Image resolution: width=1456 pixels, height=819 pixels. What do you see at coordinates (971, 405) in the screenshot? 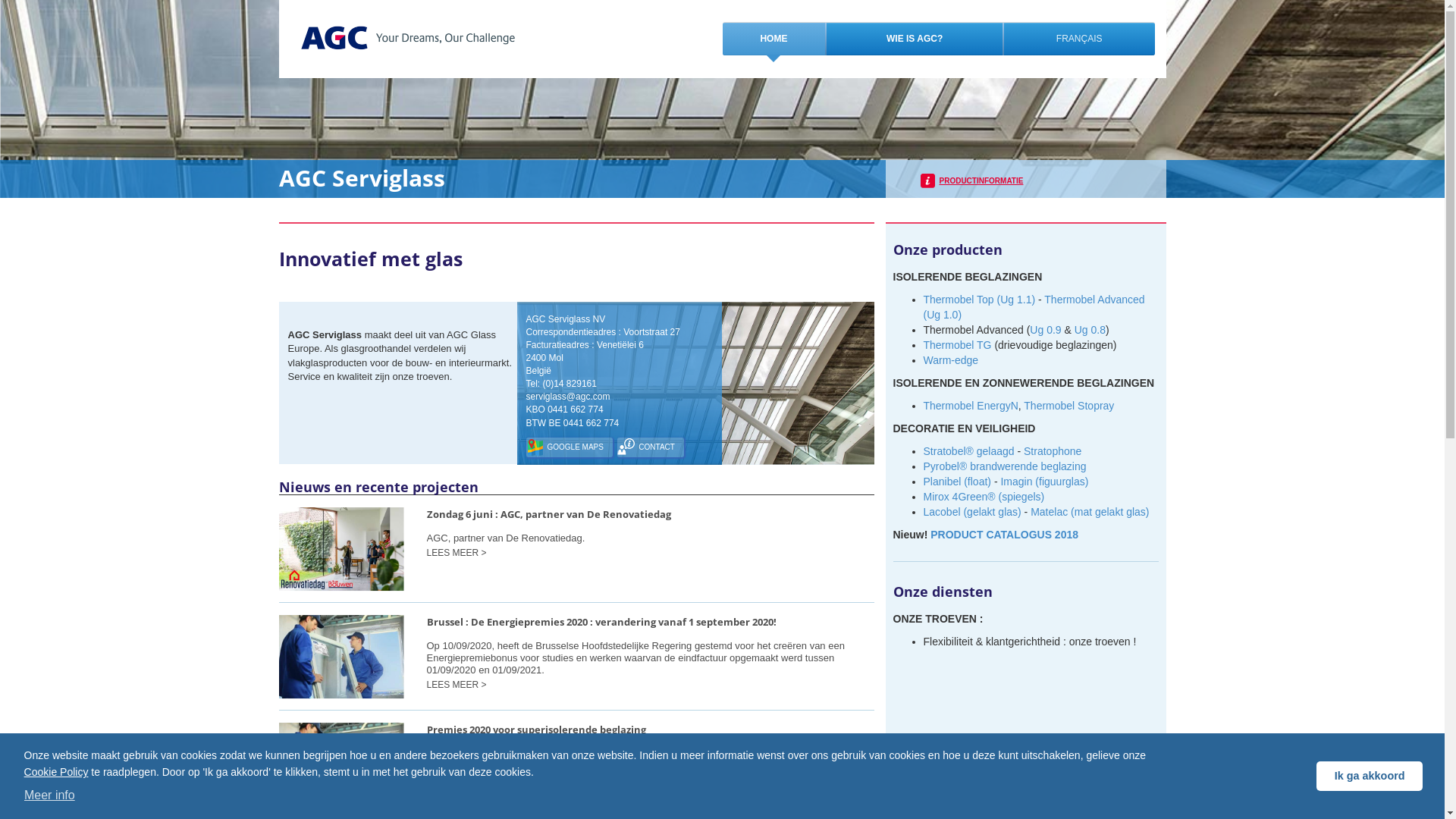
I see `'Thermobel EnergyN'` at bounding box center [971, 405].